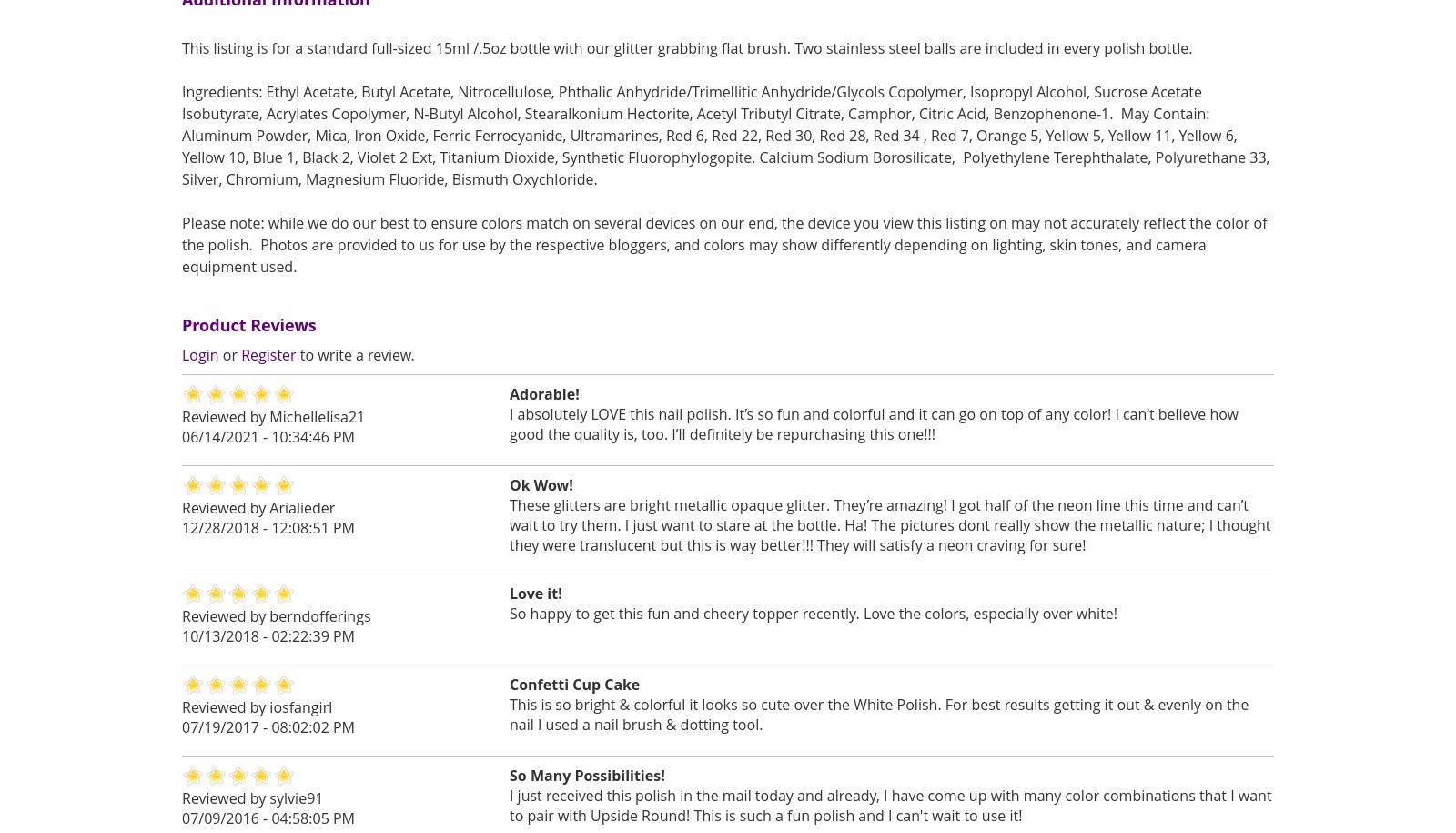 The image size is (1456, 833). What do you see at coordinates (248, 324) in the screenshot?
I see `'Product Reviews'` at bounding box center [248, 324].